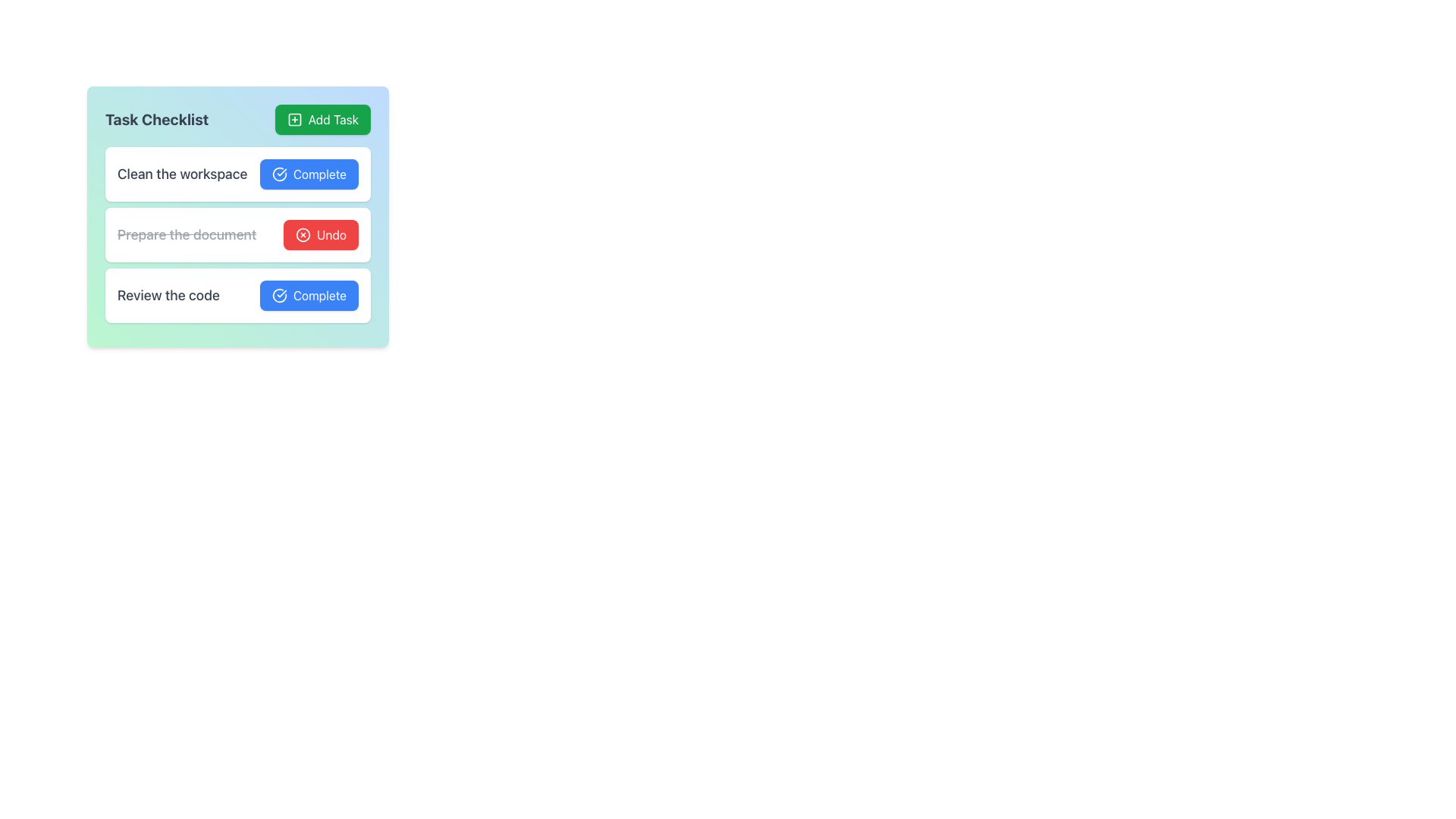 The height and width of the screenshot is (819, 1456). I want to click on text 'Complete' from the blue rectangular button with rounded corners, located on the far right side of the third row in a checklist interface, so click(319, 295).